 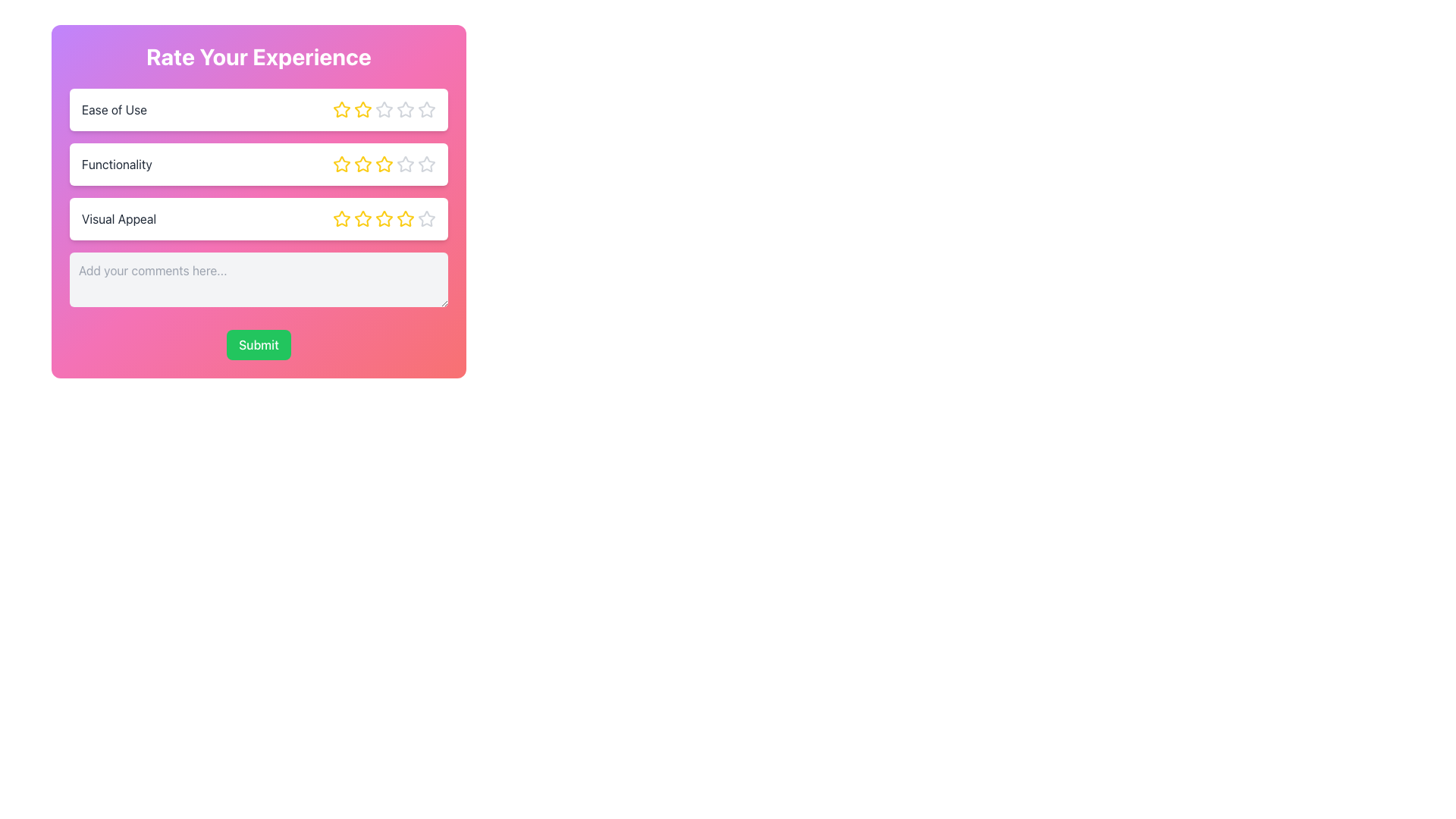 I want to click on the fifth Rating Star Icon for 'Functionality' to give the maximum rating, so click(x=425, y=164).